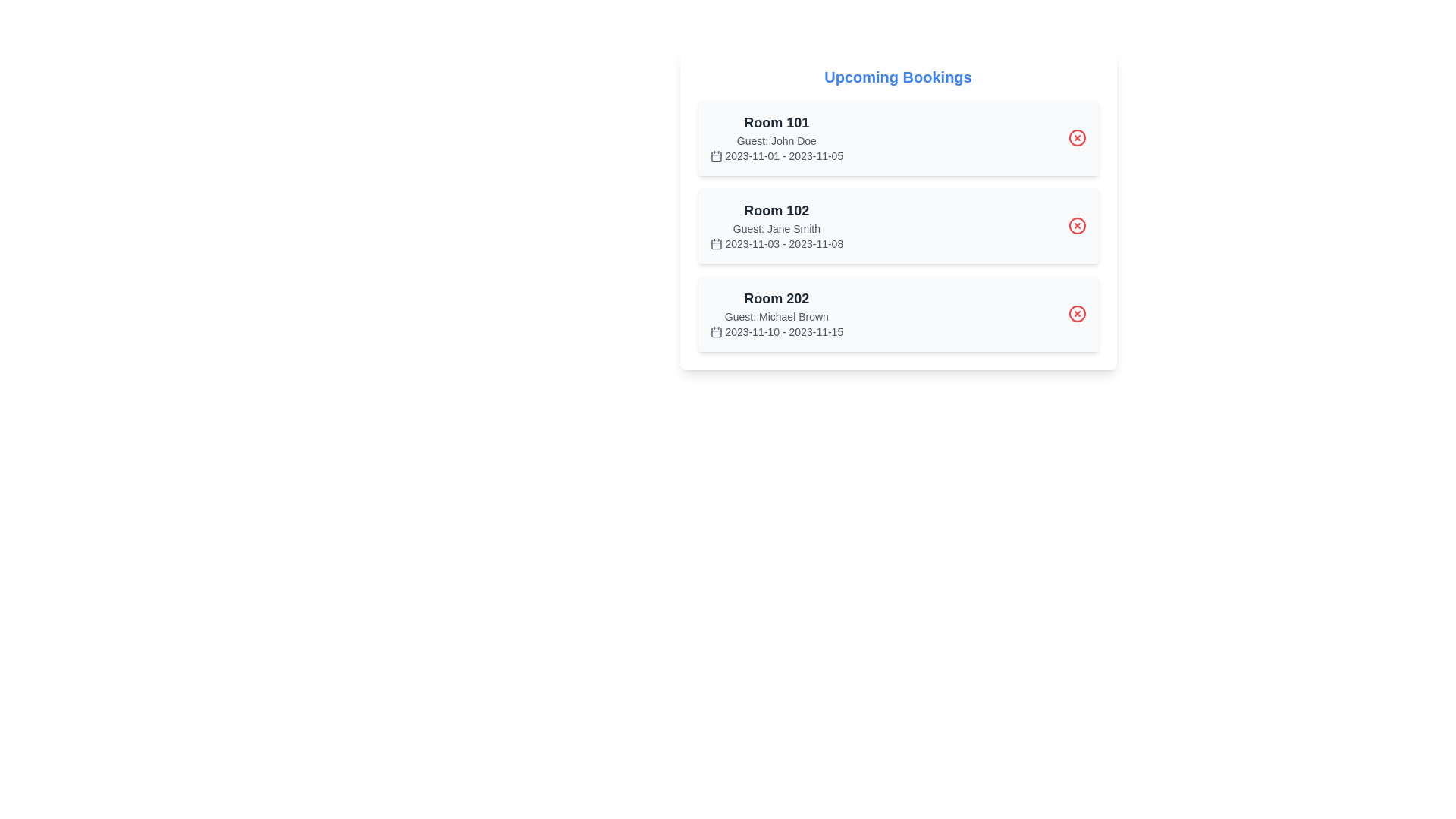 This screenshot has width=1456, height=819. Describe the element at coordinates (715, 331) in the screenshot. I see `the central rectangle of the calendar icon representing a date or schedule in the 'Upcoming Bookings' section for 'Room 202'` at that location.